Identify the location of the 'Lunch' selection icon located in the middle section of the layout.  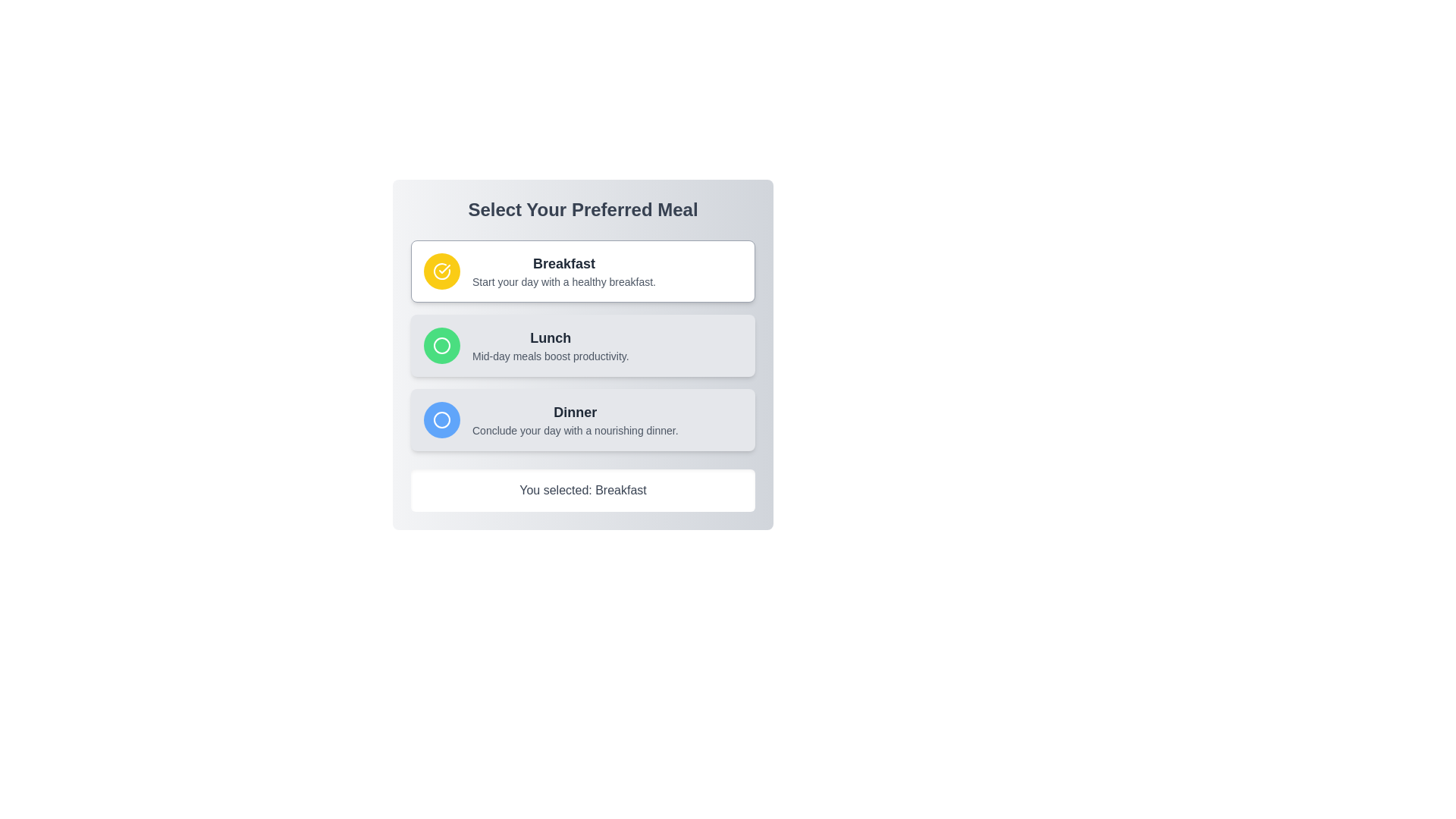
(441, 345).